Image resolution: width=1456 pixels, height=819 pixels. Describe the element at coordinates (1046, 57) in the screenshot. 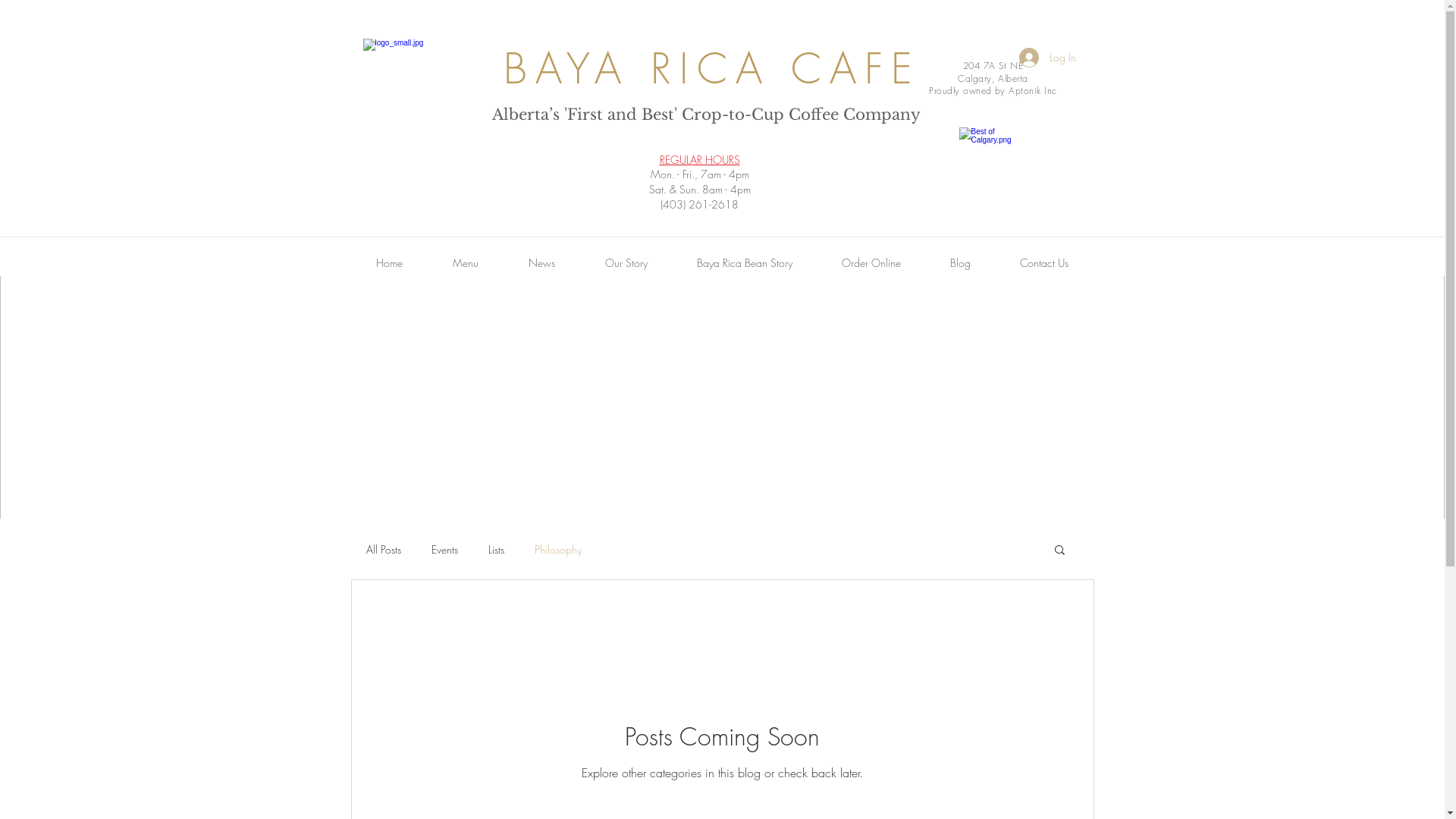

I see `'Log In'` at that location.